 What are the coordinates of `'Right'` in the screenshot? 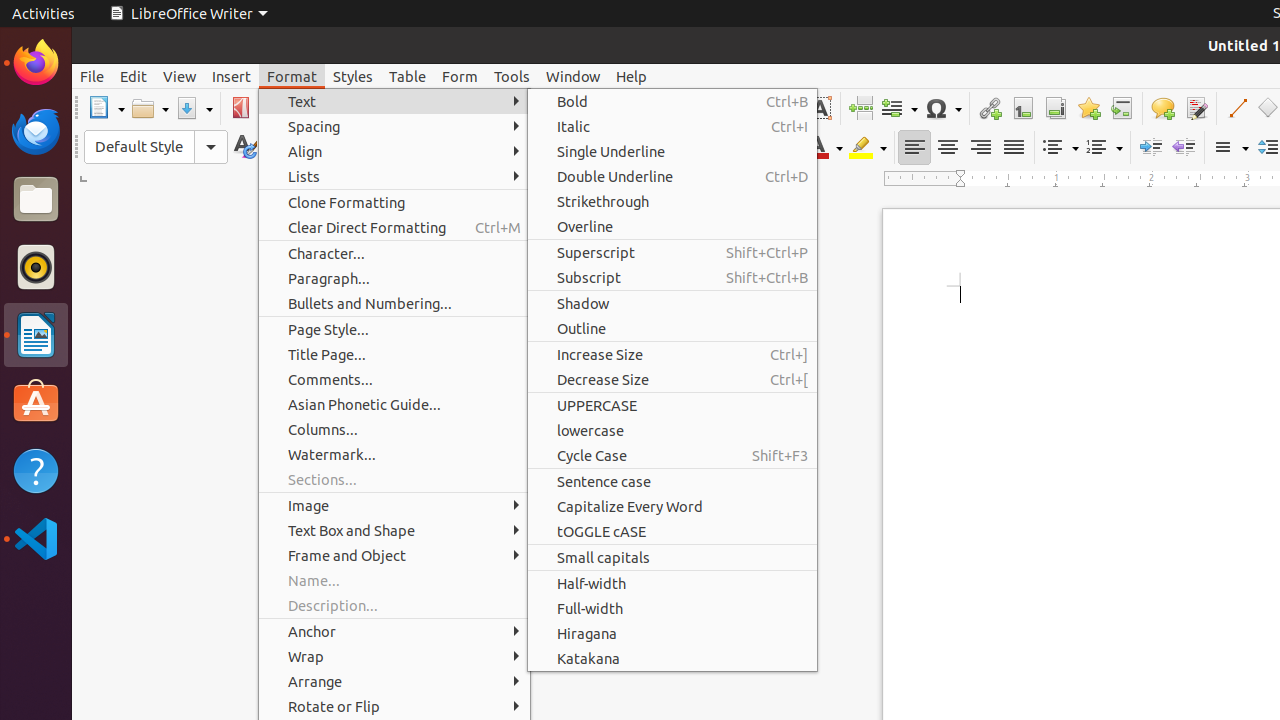 It's located at (980, 146).